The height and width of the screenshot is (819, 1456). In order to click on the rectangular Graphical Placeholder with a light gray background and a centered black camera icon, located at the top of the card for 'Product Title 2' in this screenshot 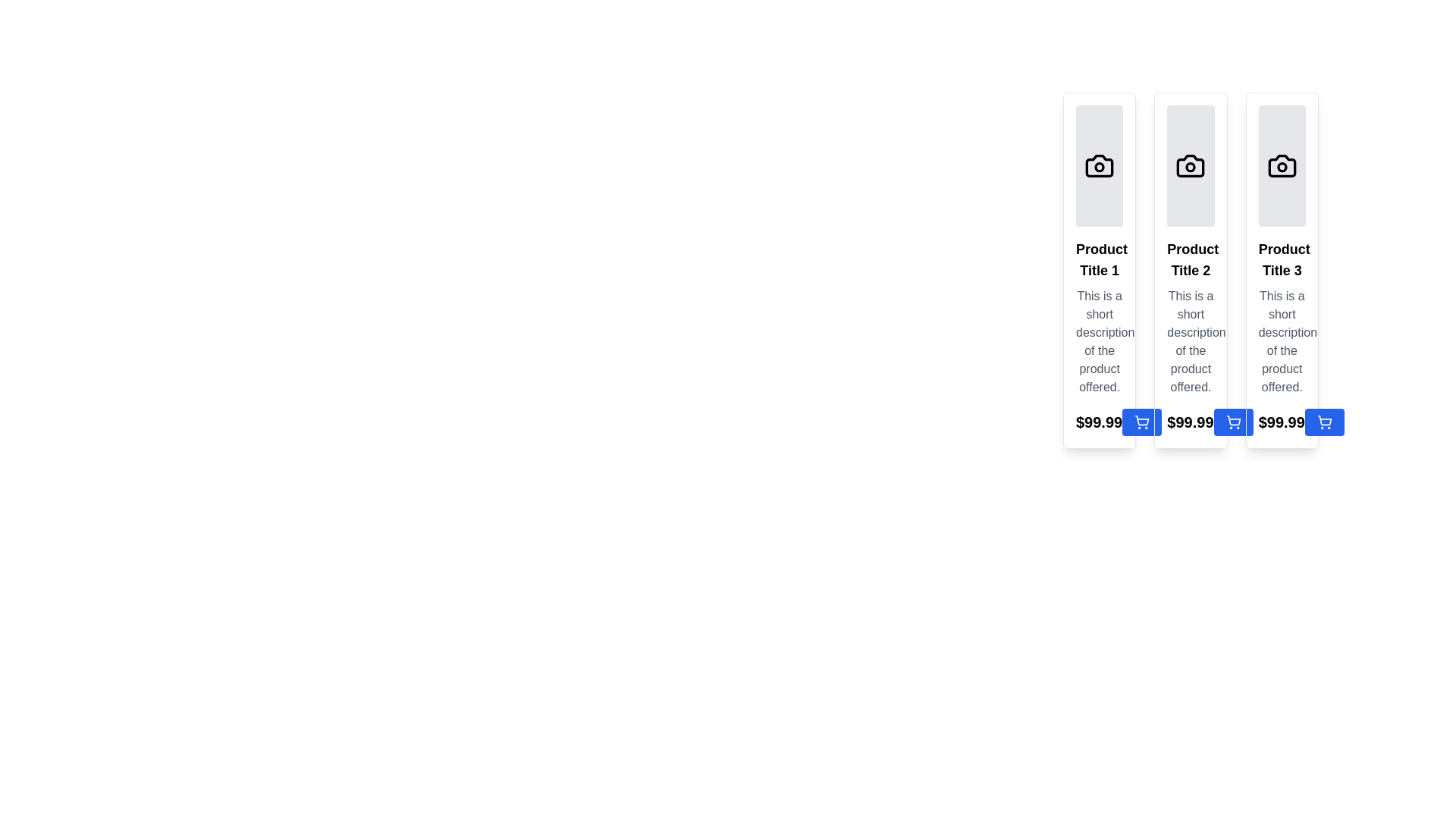, I will do `click(1190, 166)`.